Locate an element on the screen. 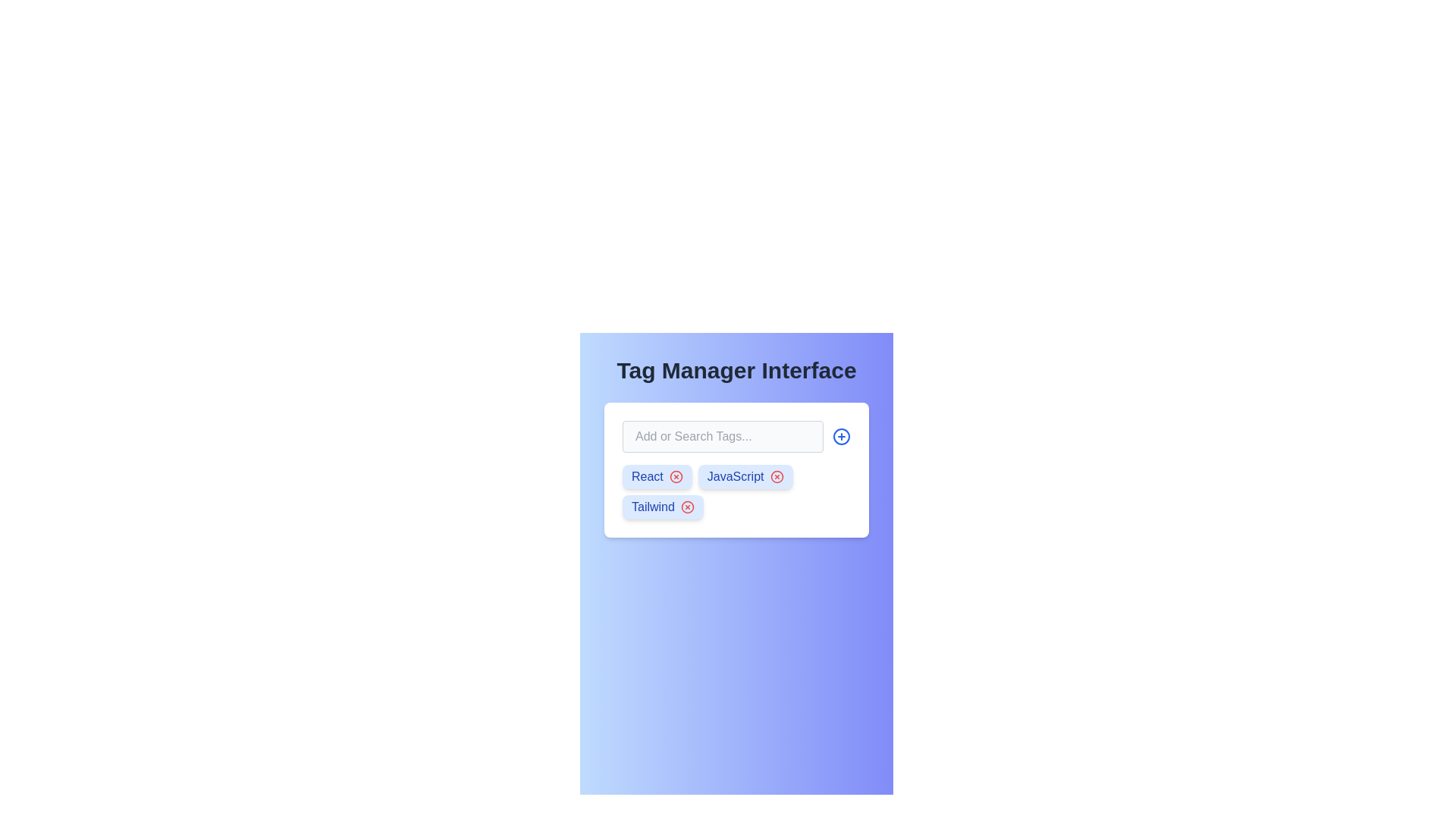 The image size is (1456, 819). the Text Label that displays the name of the tag, located in the center of the second tag in a vertical list, which is bound on the left by a removable icon is located at coordinates (736, 475).